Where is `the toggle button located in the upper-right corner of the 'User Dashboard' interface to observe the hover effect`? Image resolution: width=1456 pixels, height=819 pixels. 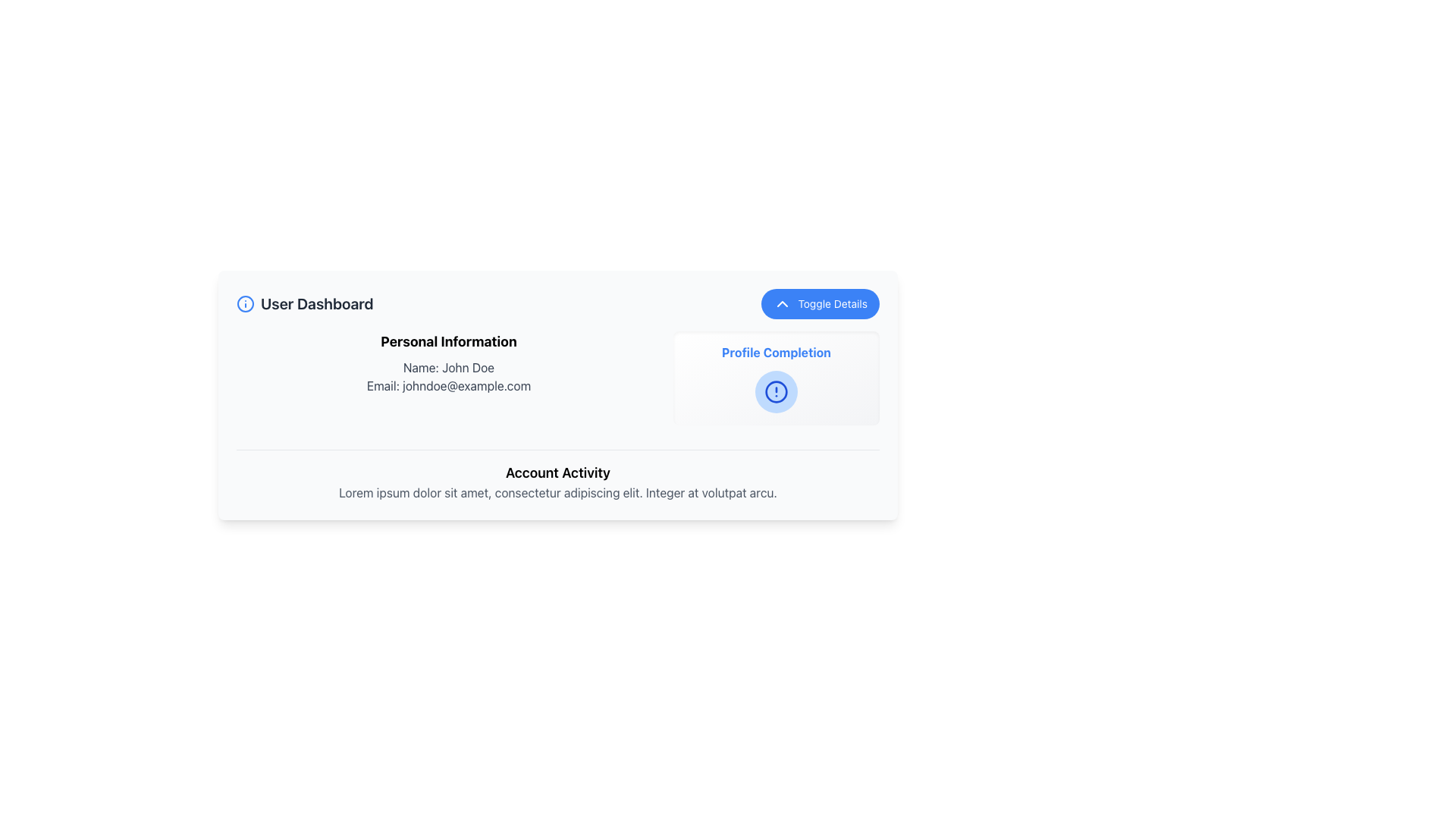
the toggle button located in the upper-right corner of the 'User Dashboard' interface to observe the hover effect is located at coordinates (820, 304).